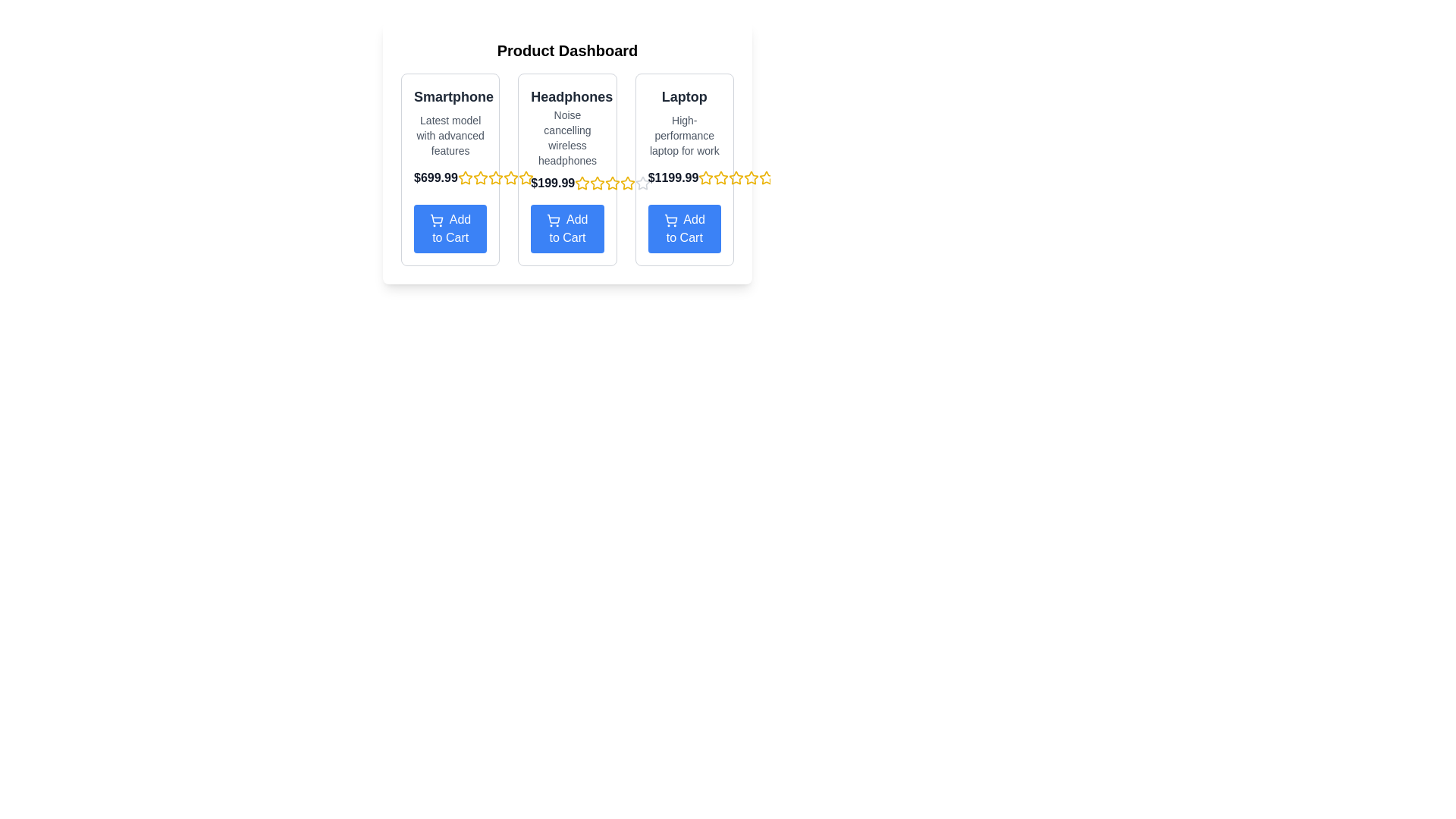 The image size is (1456, 819). Describe the element at coordinates (673, 177) in the screenshot. I see `the price text label located in the third column of the product listing, which is positioned above the yellow stars and next to the 'Laptop' title` at that location.